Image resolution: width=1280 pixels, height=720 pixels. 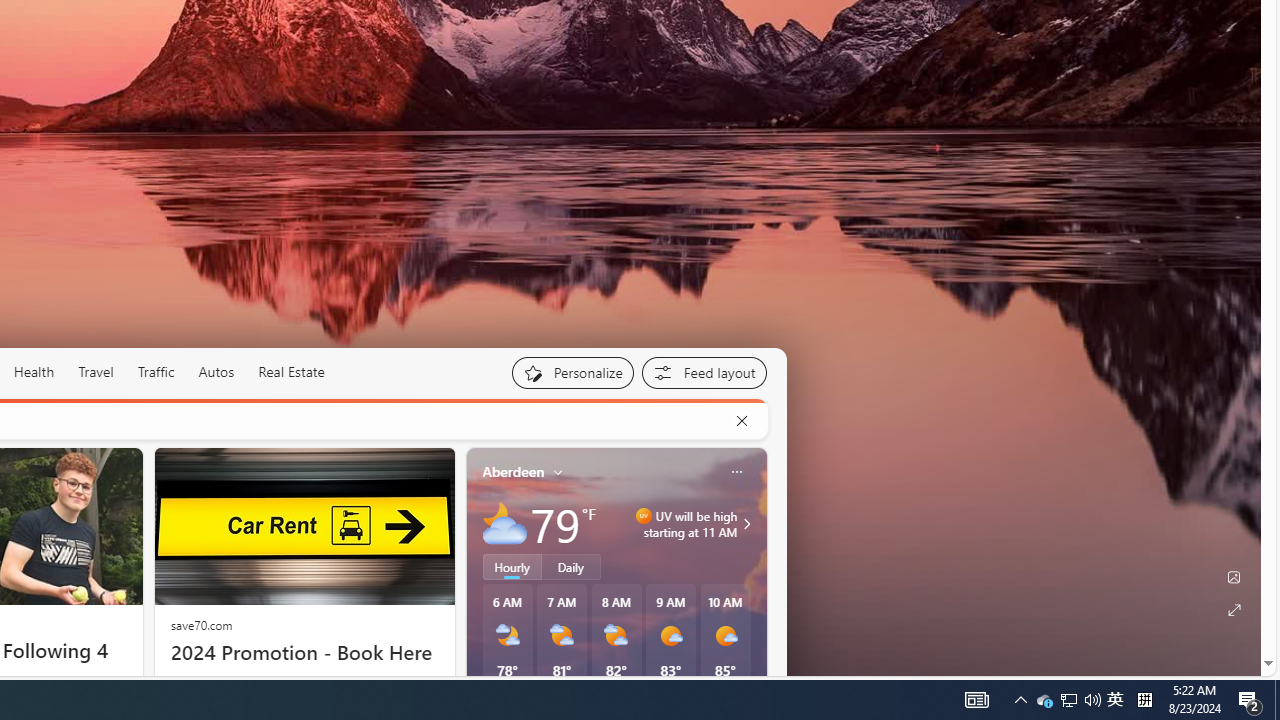 What do you see at coordinates (740, 420) in the screenshot?
I see `'Cancel'` at bounding box center [740, 420].